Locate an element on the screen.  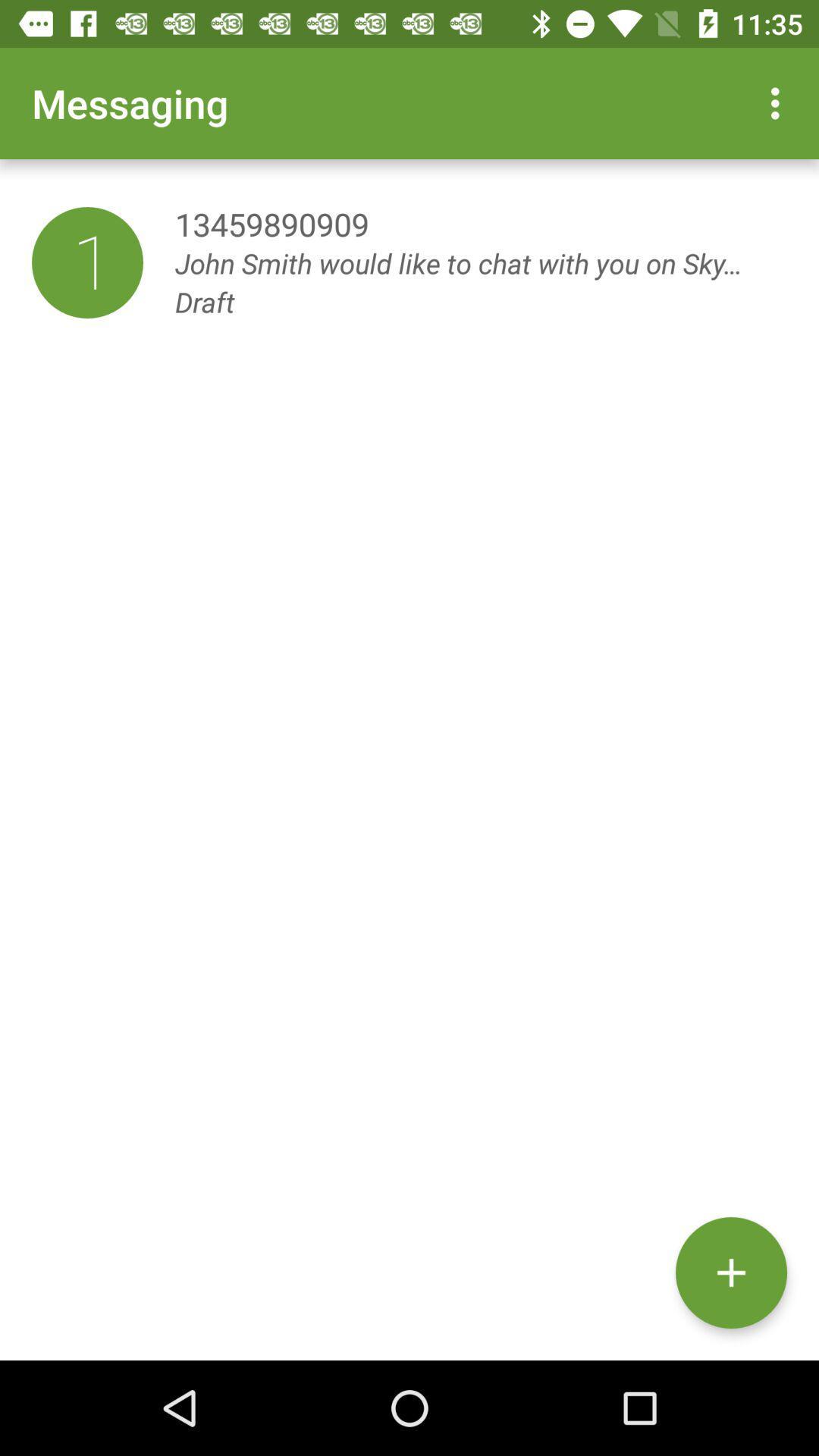
the icon to the right of the messaging app is located at coordinates (779, 102).